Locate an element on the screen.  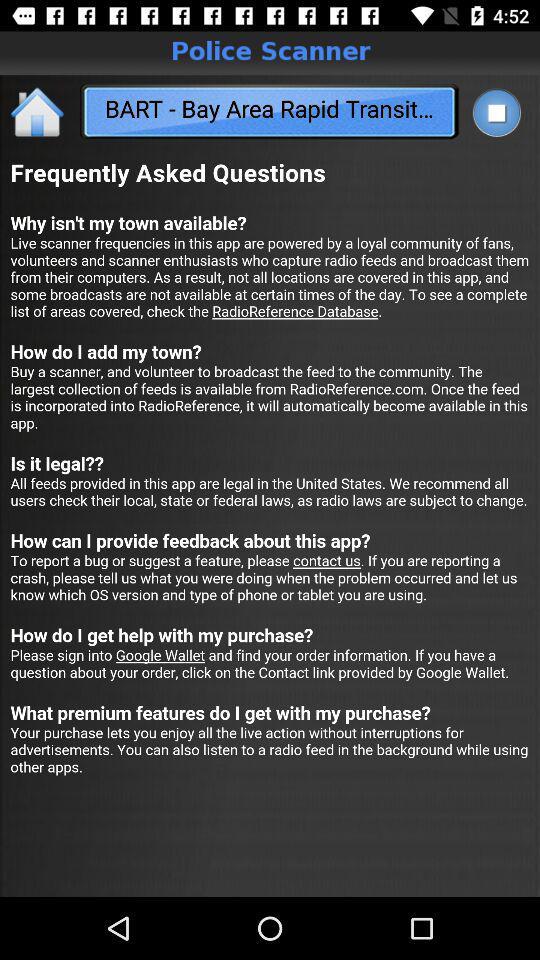
principal menu is located at coordinates (38, 111).